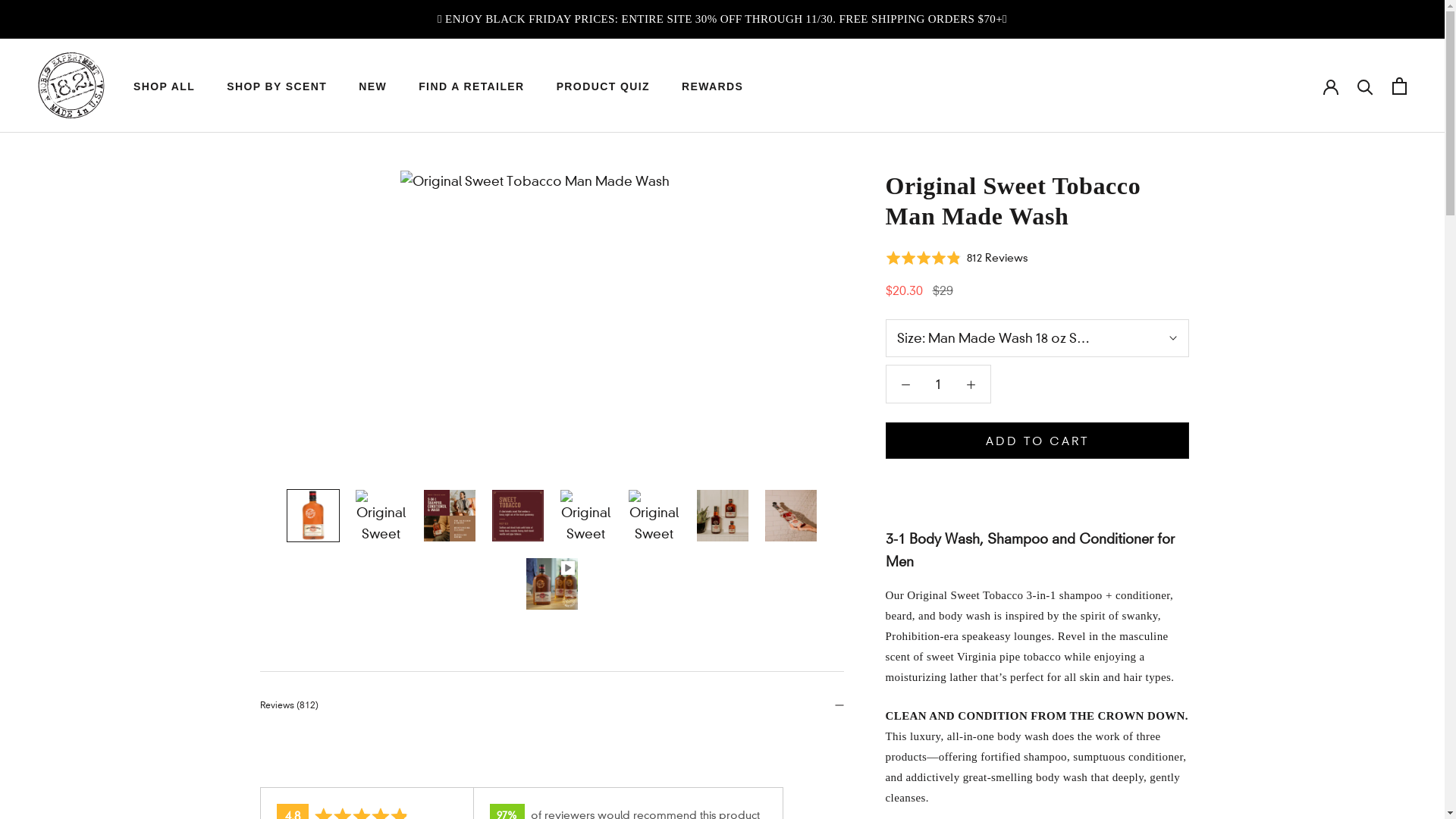 The height and width of the screenshot is (819, 1456). I want to click on 'REWARDS, so click(711, 86).